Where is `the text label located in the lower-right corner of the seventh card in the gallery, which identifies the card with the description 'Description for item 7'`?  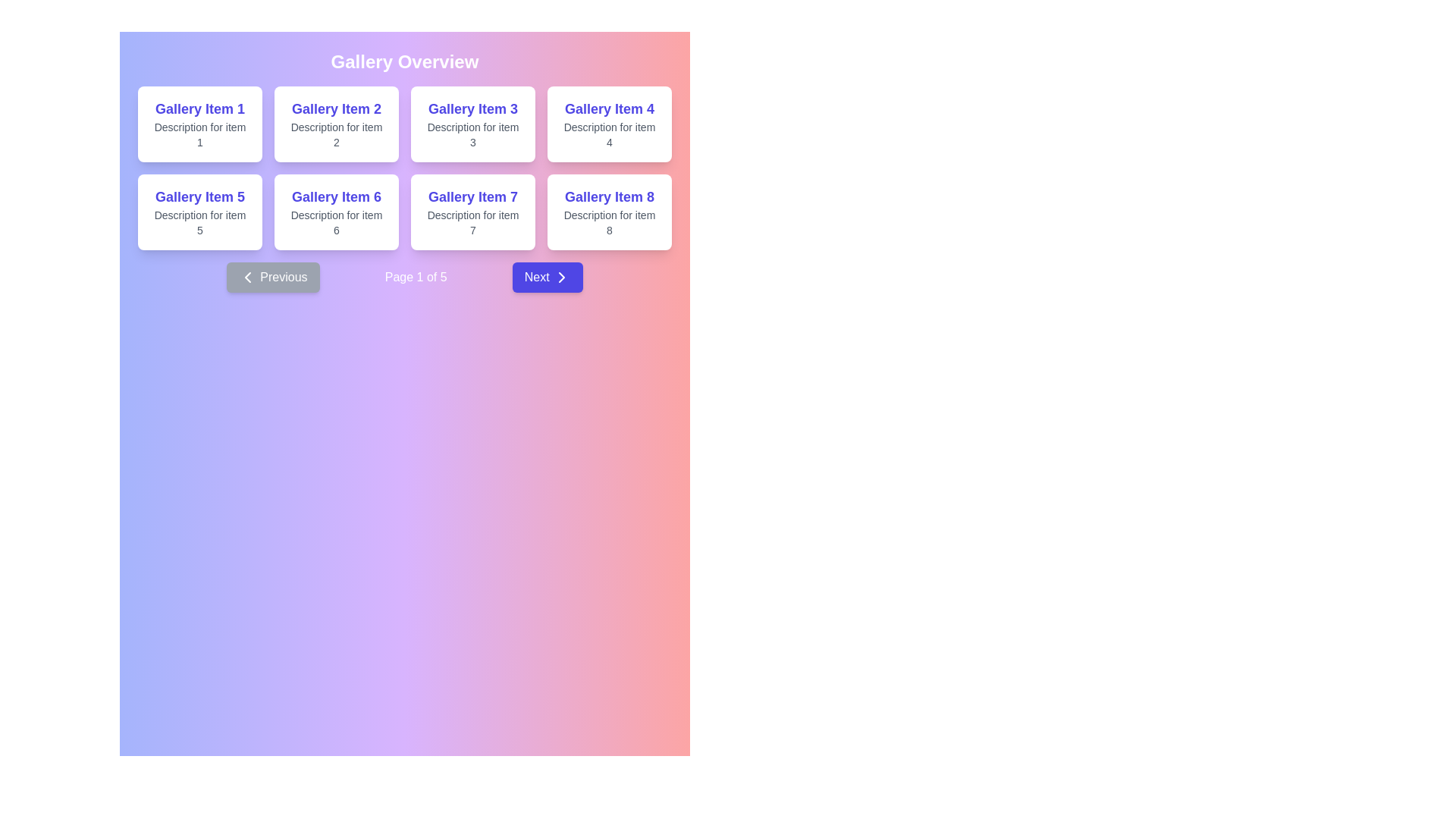 the text label located in the lower-right corner of the seventh card in the gallery, which identifies the card with the description 'Description for item 7' is located at coordinates (472, 196).